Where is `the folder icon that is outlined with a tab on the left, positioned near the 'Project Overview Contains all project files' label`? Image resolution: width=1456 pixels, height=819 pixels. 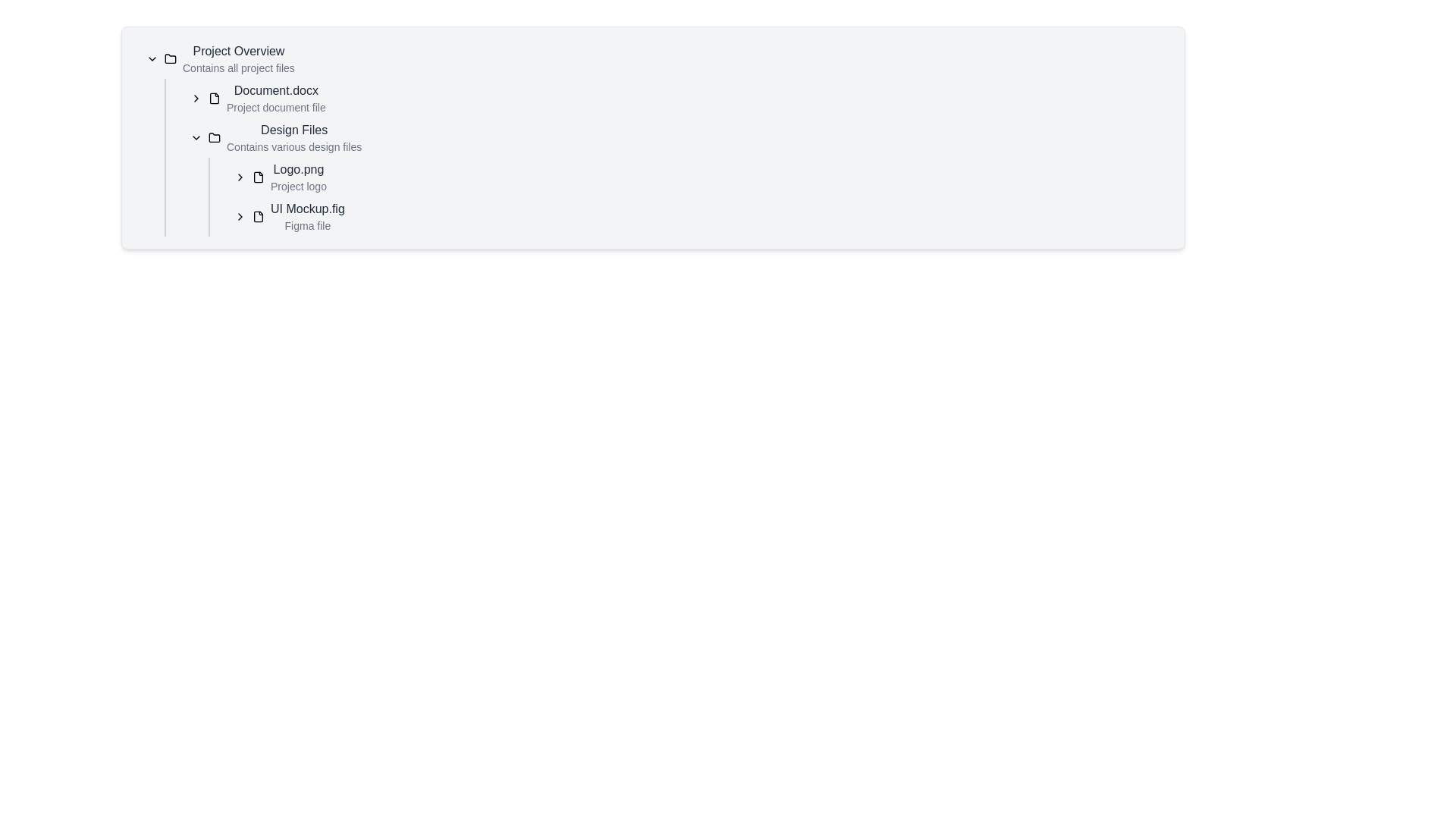
the folder icon that is outlined with a tab on the left, positioned near the 'Project Overview Contains all project files' label is located at coordinates (171, 58).